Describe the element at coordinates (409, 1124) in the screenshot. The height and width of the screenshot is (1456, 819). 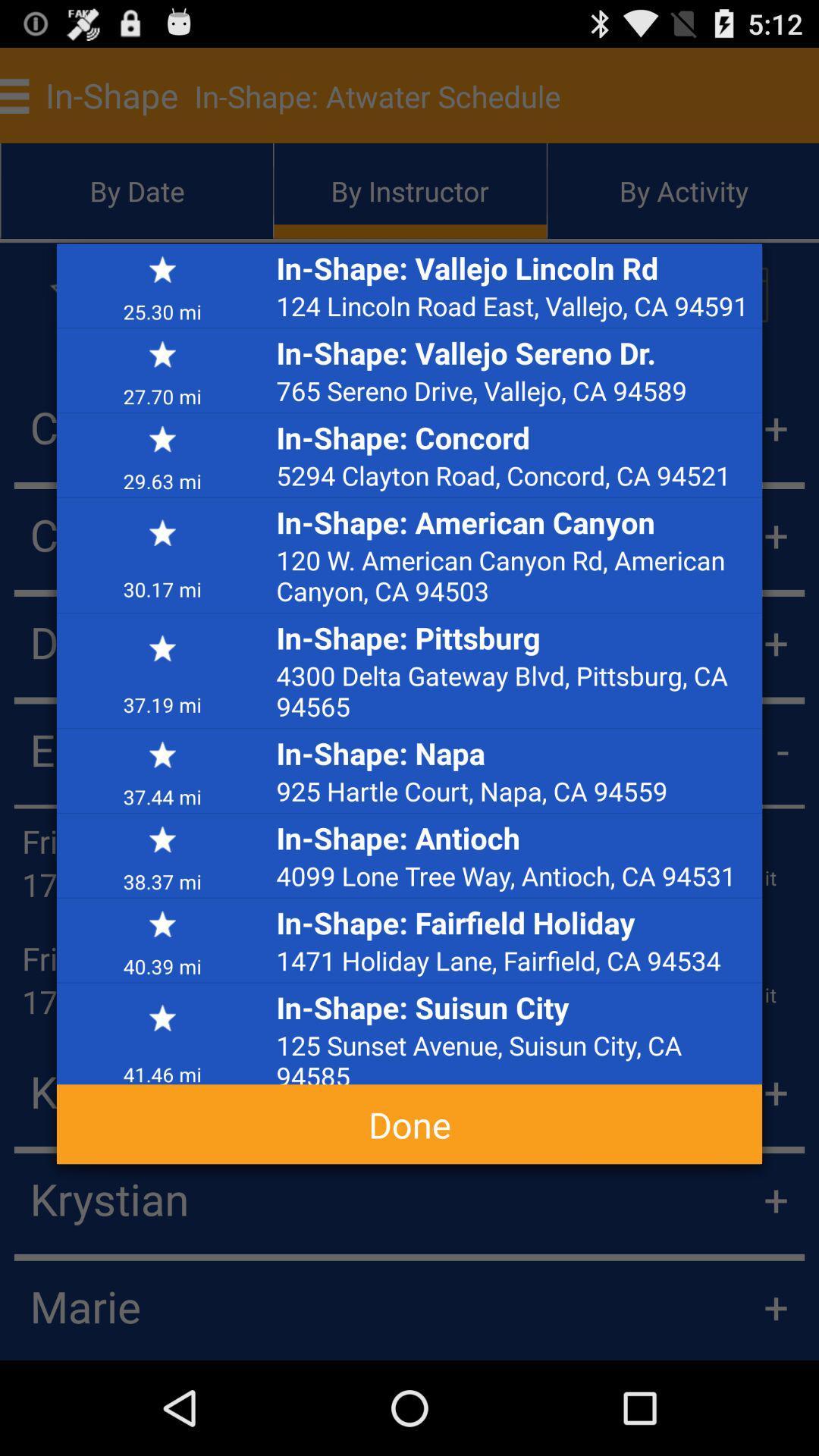
I see `done` at that location.